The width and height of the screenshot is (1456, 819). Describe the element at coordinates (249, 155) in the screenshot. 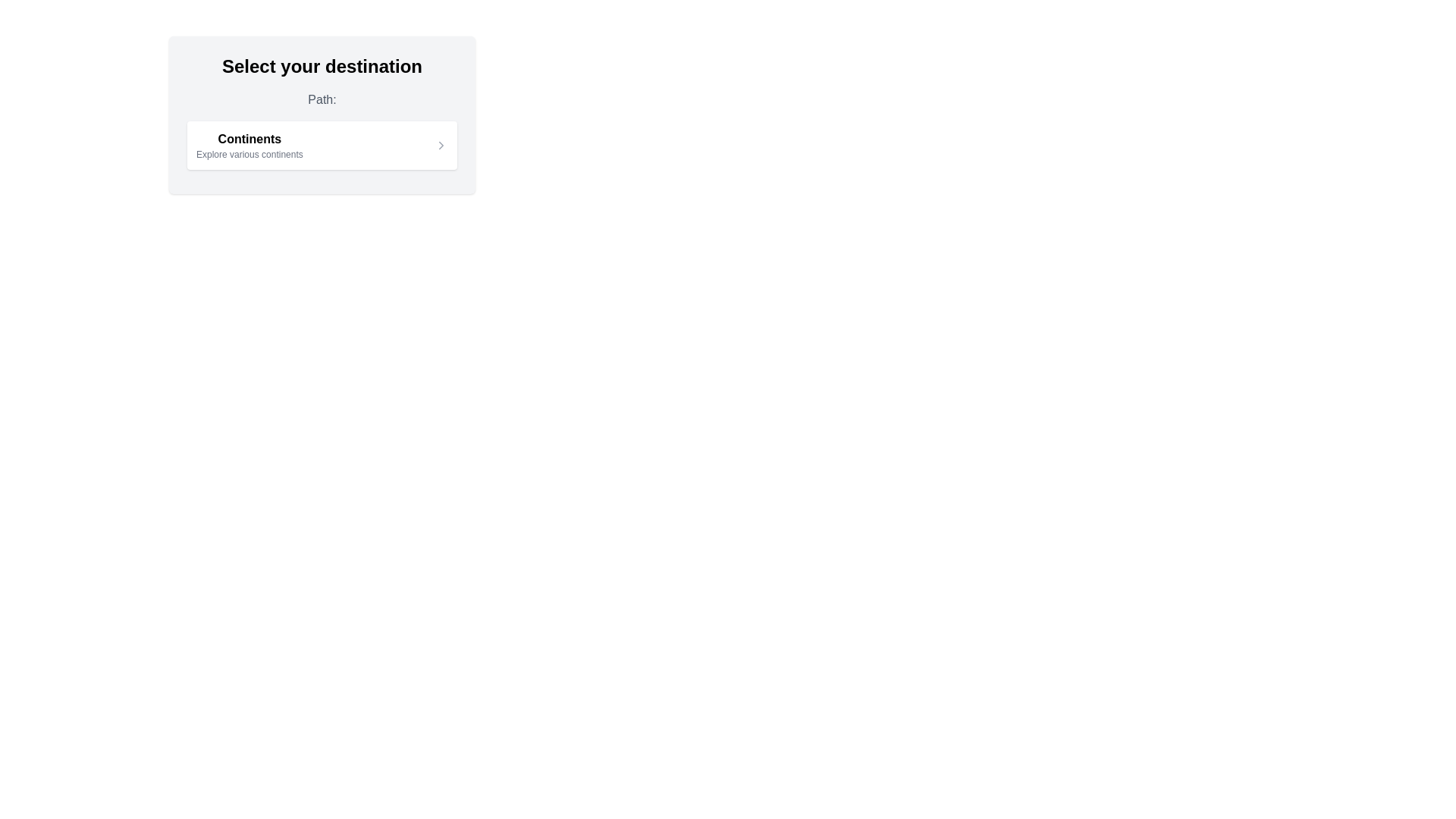

I see `the descriptive text element located below the 'Continents' title in the white rectangular card that provides additional information about the 'Continents' section` at that location.